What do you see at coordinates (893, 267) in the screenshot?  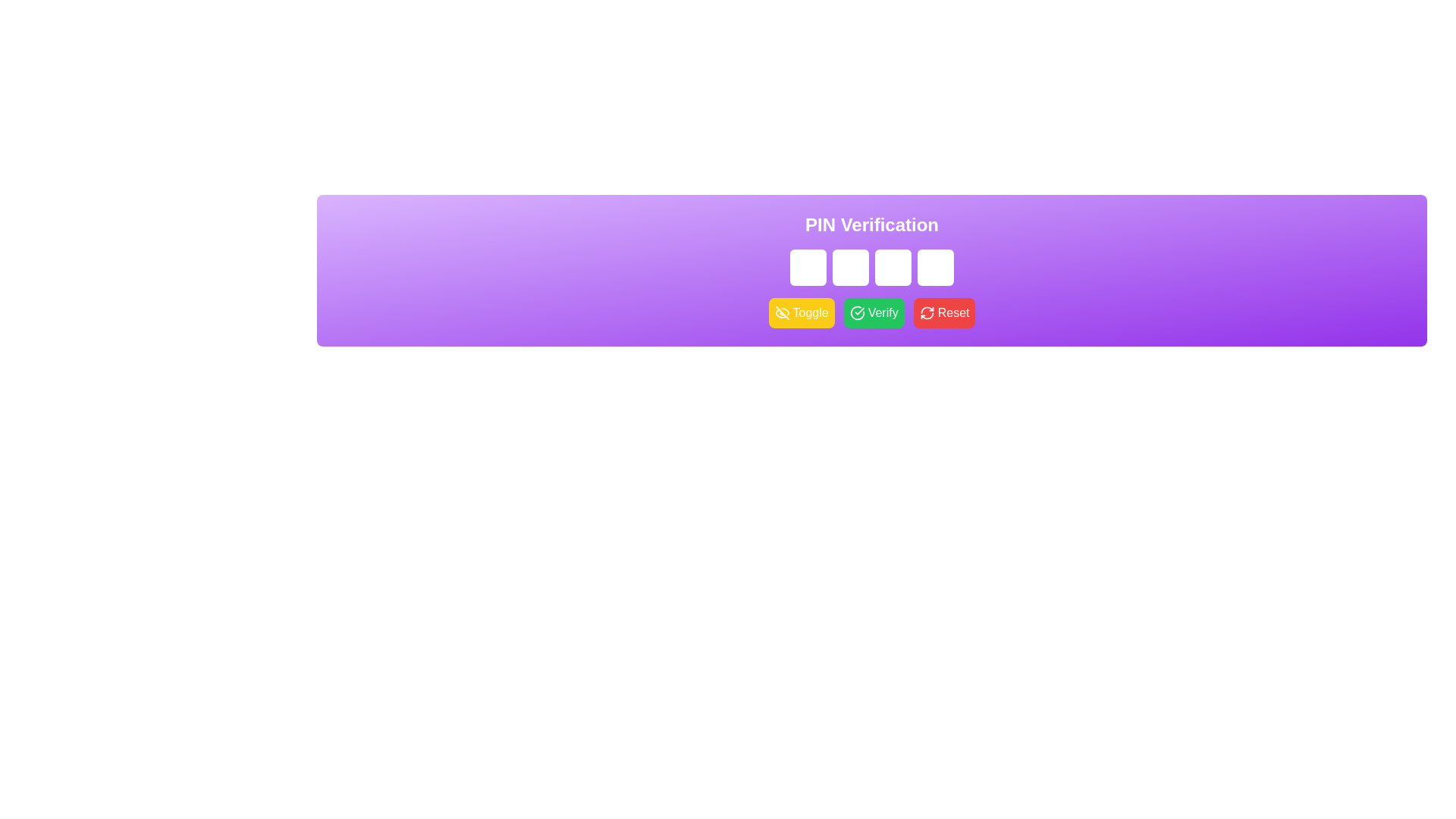 I see `the Password input field, which is the third input field in a row of four, styled with a white border and light purple background, to focus the element` at bounding box center [893, 267].